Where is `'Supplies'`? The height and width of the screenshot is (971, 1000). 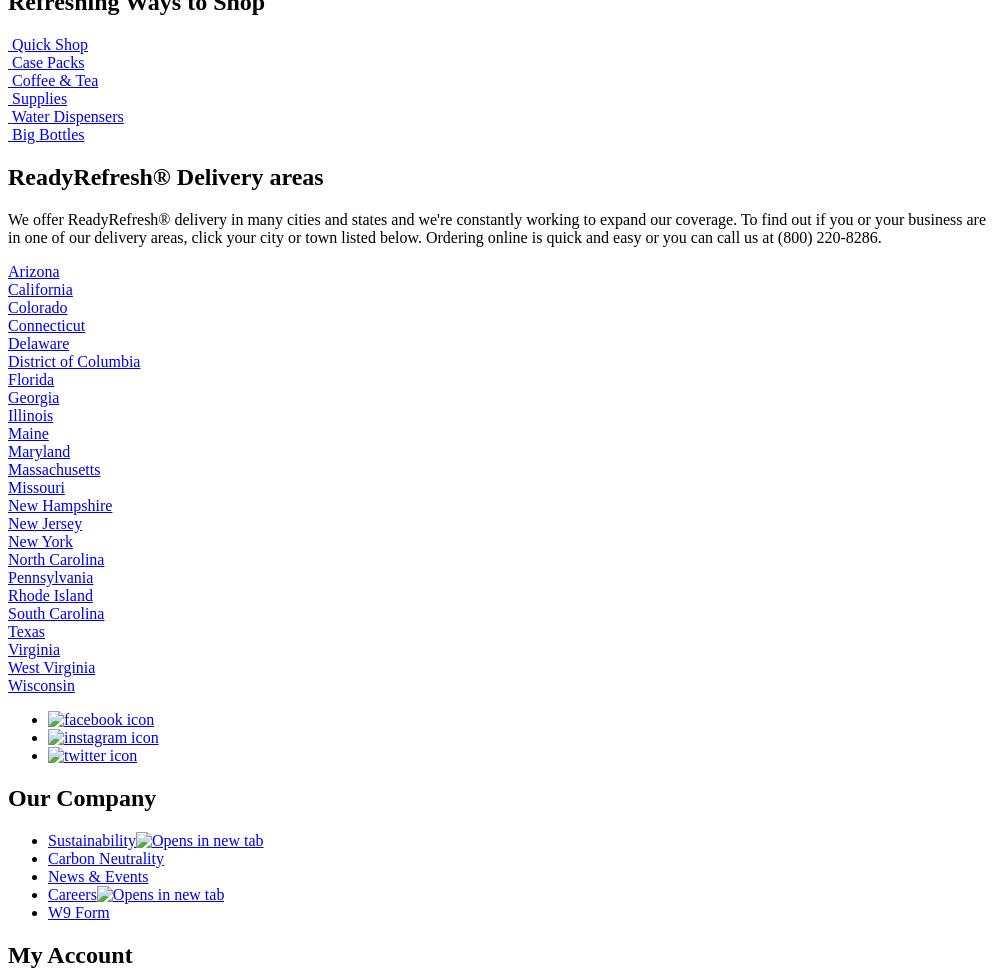 'Supplies' is located at coordinates (12, 97).